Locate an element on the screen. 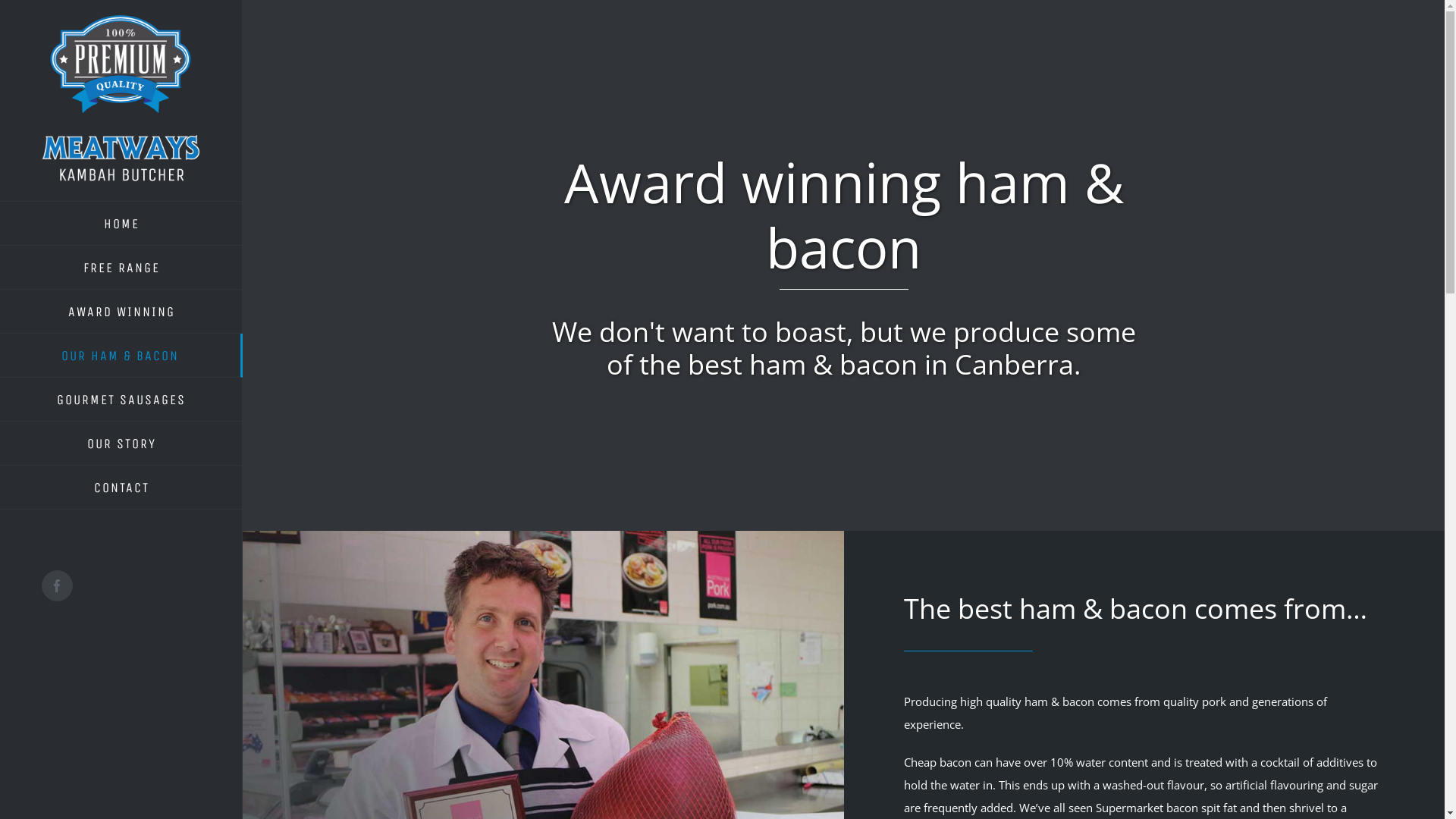  'AWARD WINNING' is located at coordinates (120, 311).